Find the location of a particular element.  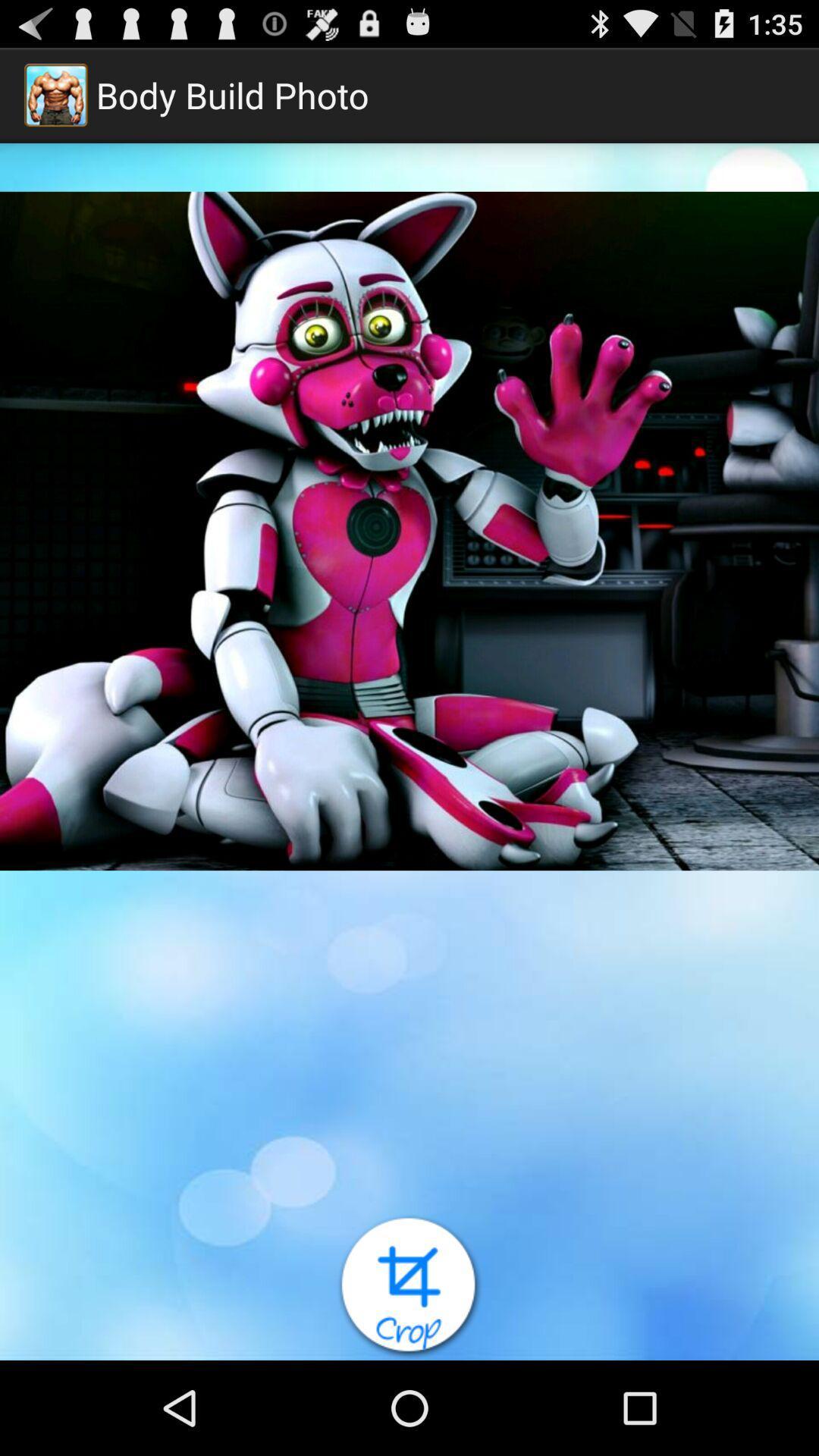

crop this picture is located at coordinates (409, 1286).